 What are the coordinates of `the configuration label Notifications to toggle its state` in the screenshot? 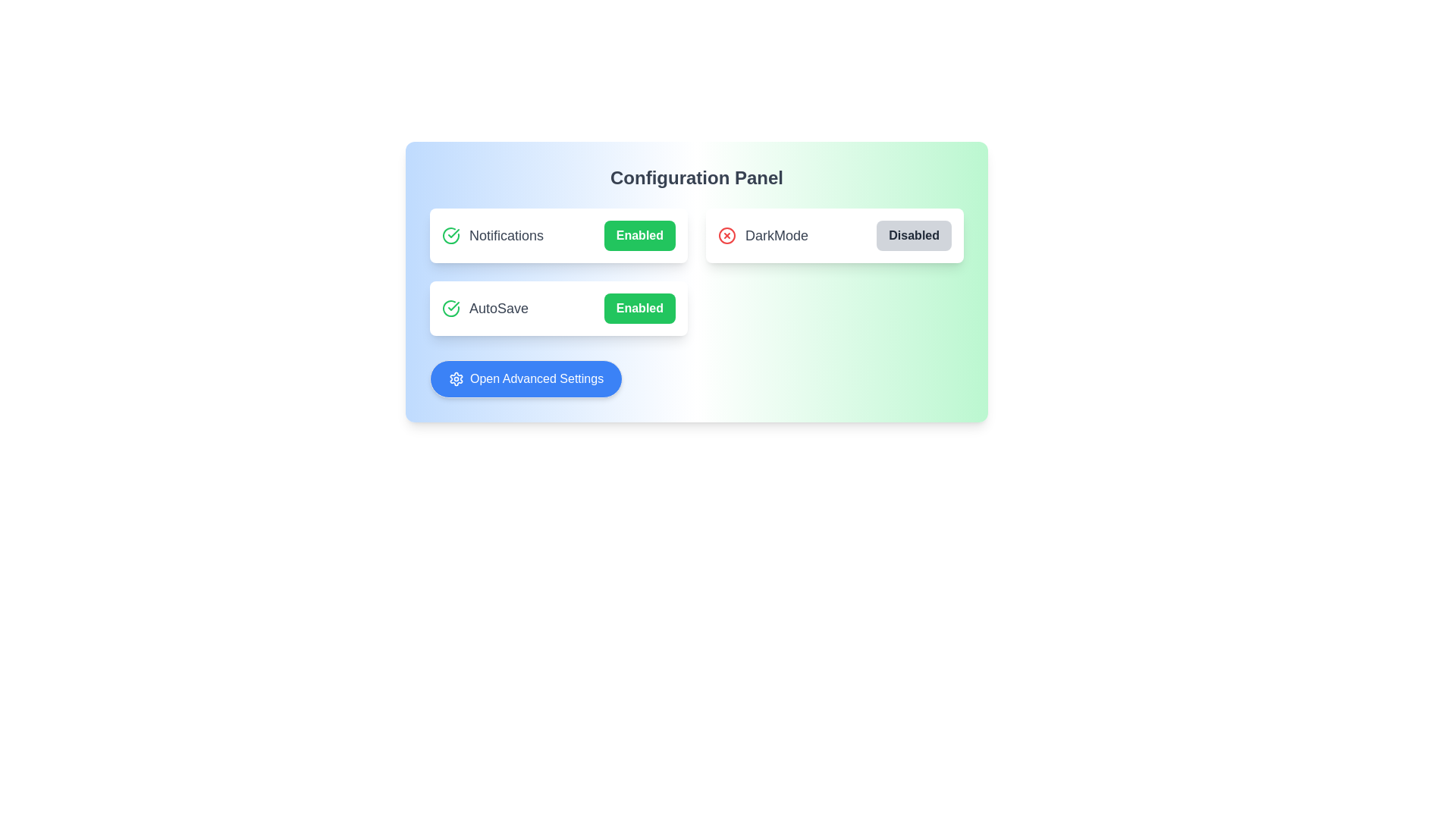 It's located at (558, 236).